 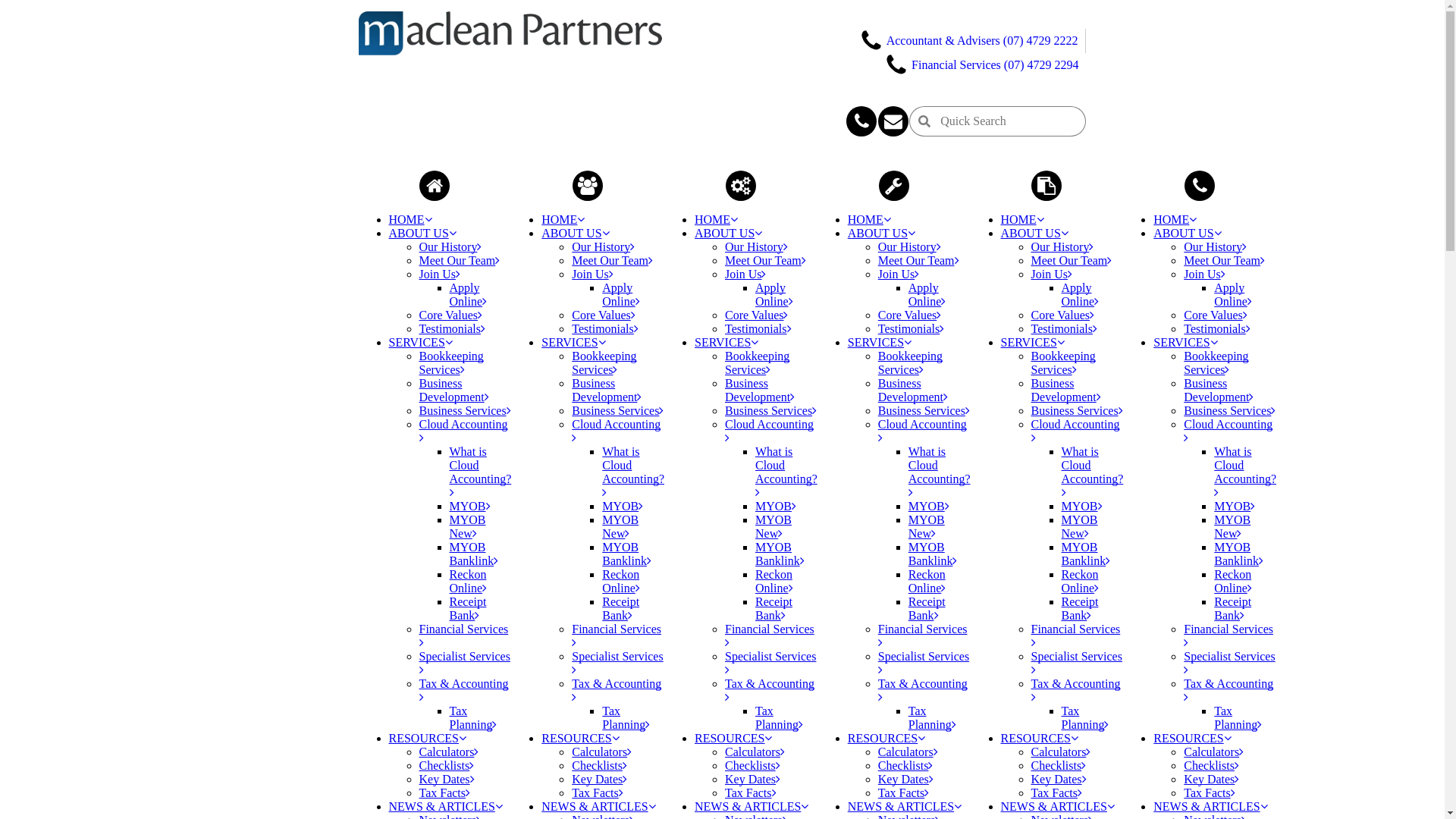 What do you see at coordinates (931, 717) in the screenshot?
I see `'Tax Planning'` at bounding box center [931, 717].